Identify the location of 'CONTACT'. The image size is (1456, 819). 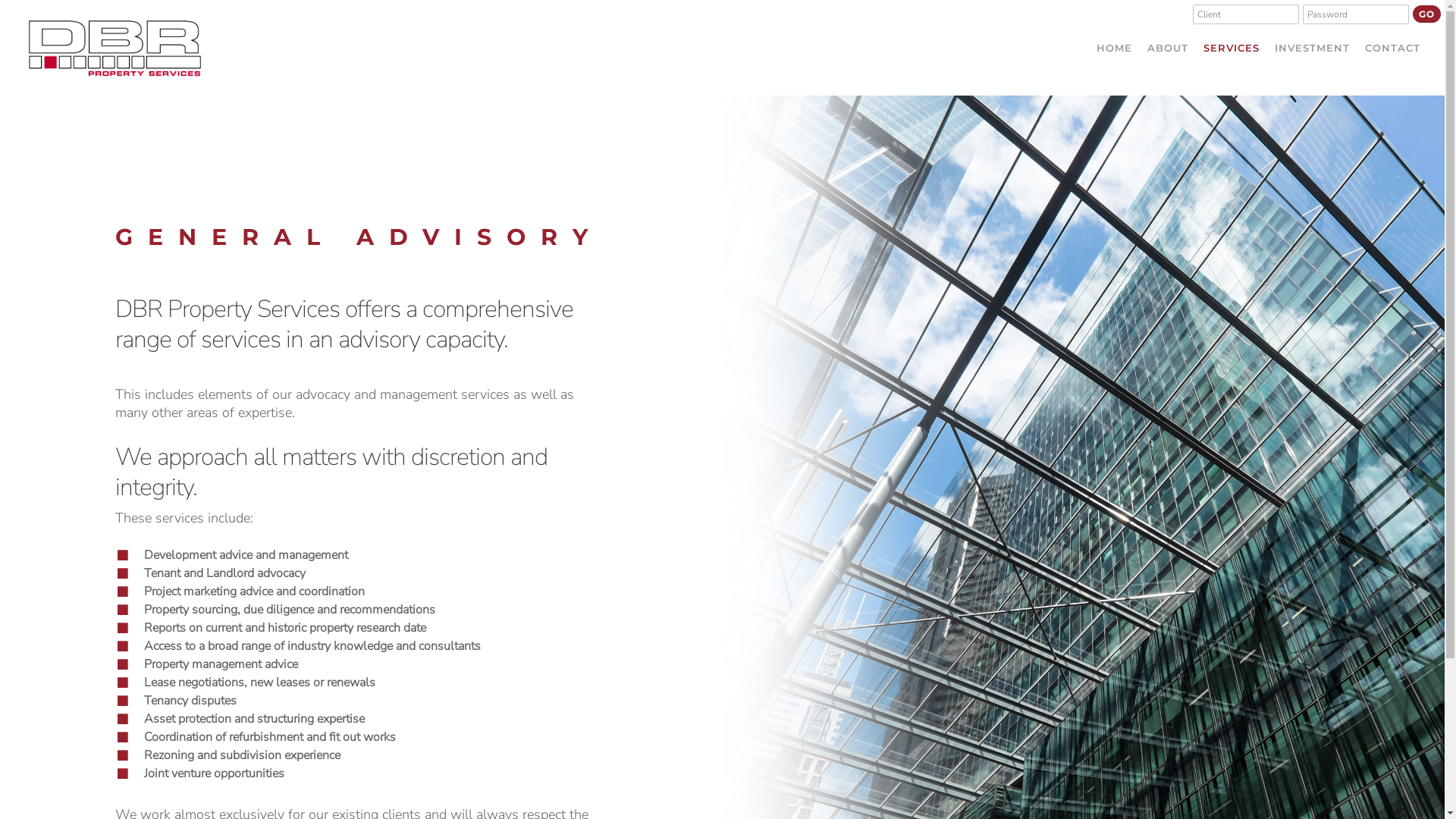
(1392, 46).